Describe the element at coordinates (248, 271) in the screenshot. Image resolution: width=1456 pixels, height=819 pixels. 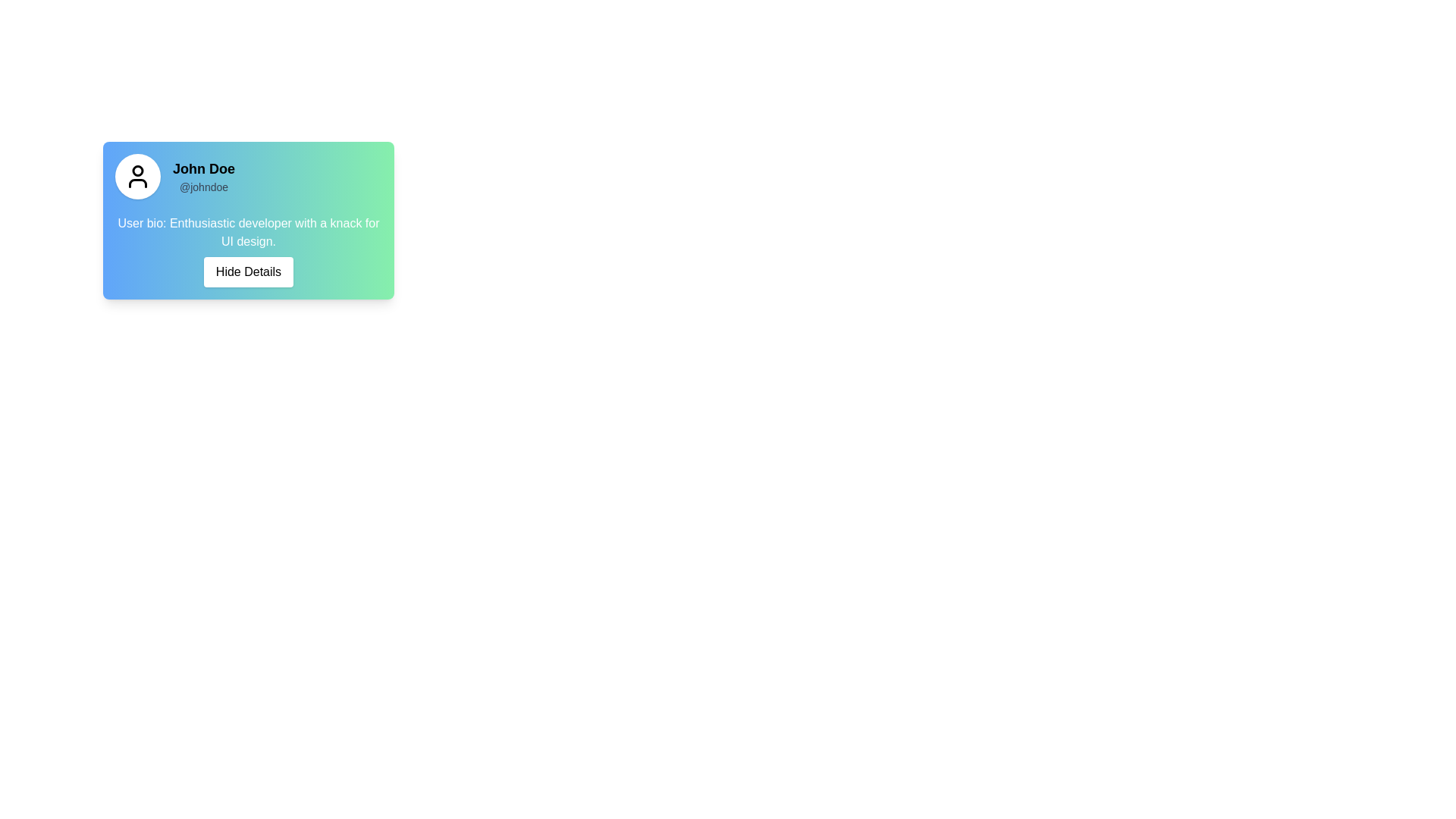
I see `the rectangular button with a white background and black text displaying 'Hide Details'` at that location.